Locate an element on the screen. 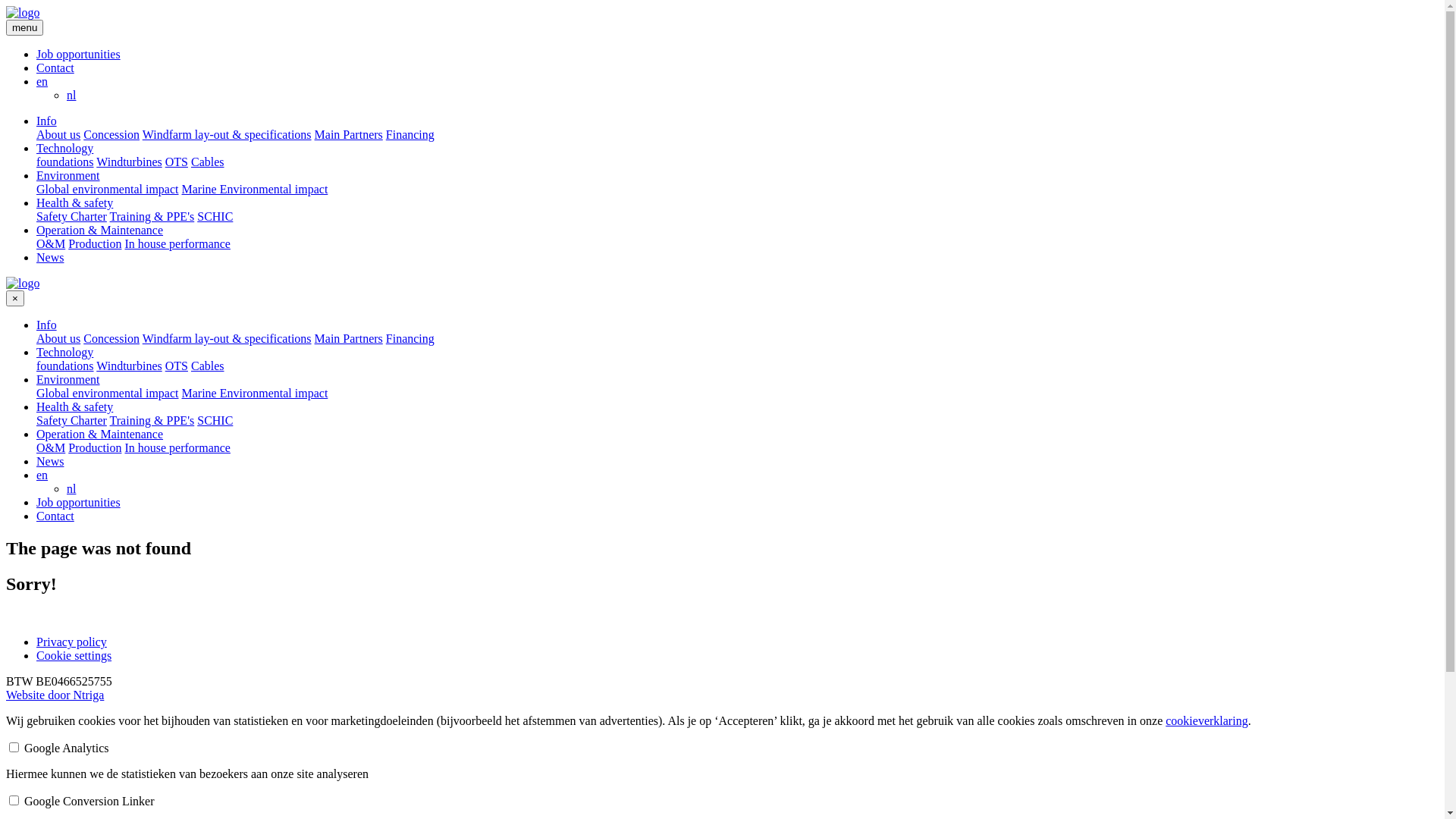  'Cookie settings' is located at coordinates (73, 654).